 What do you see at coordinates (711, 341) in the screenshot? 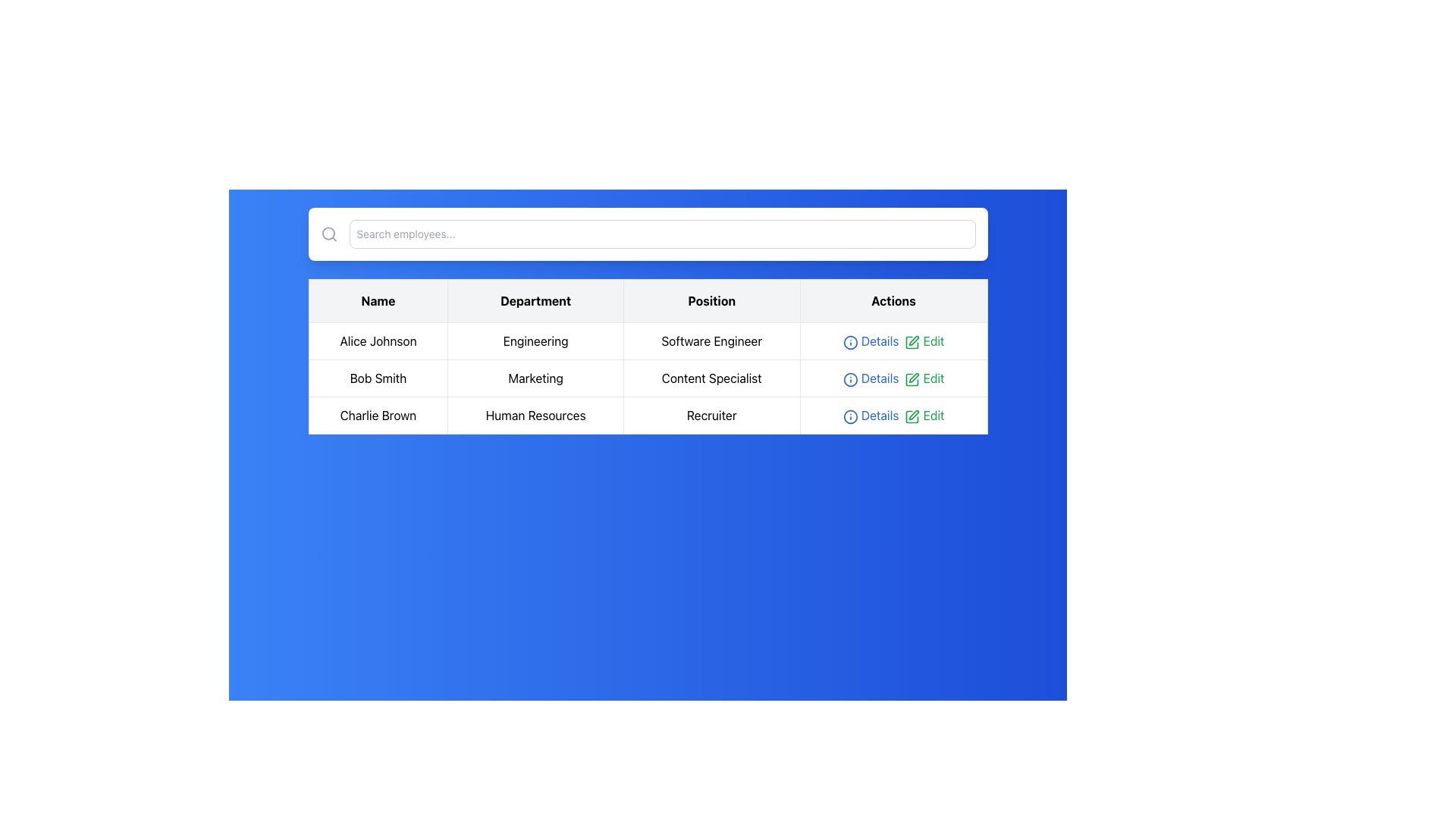
I see `the text label displaying 'Software Engineer', which is styled with padding and a border, and is located in the 'Position' column of the table aligned with the 'Engineering' department row` at bounding box center [711, 341].